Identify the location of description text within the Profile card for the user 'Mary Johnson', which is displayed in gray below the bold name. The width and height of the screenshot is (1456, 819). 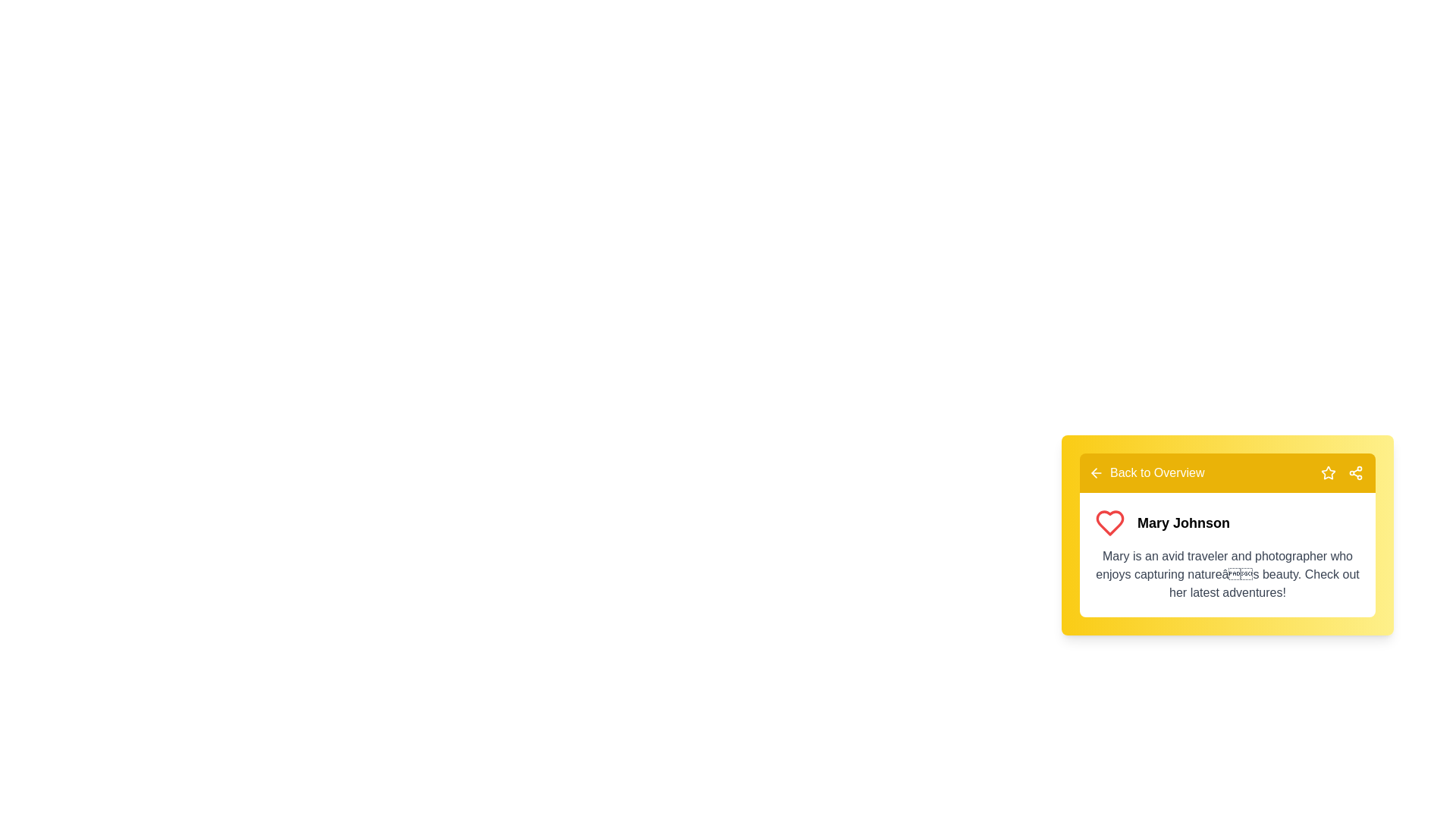
(1227, 555).